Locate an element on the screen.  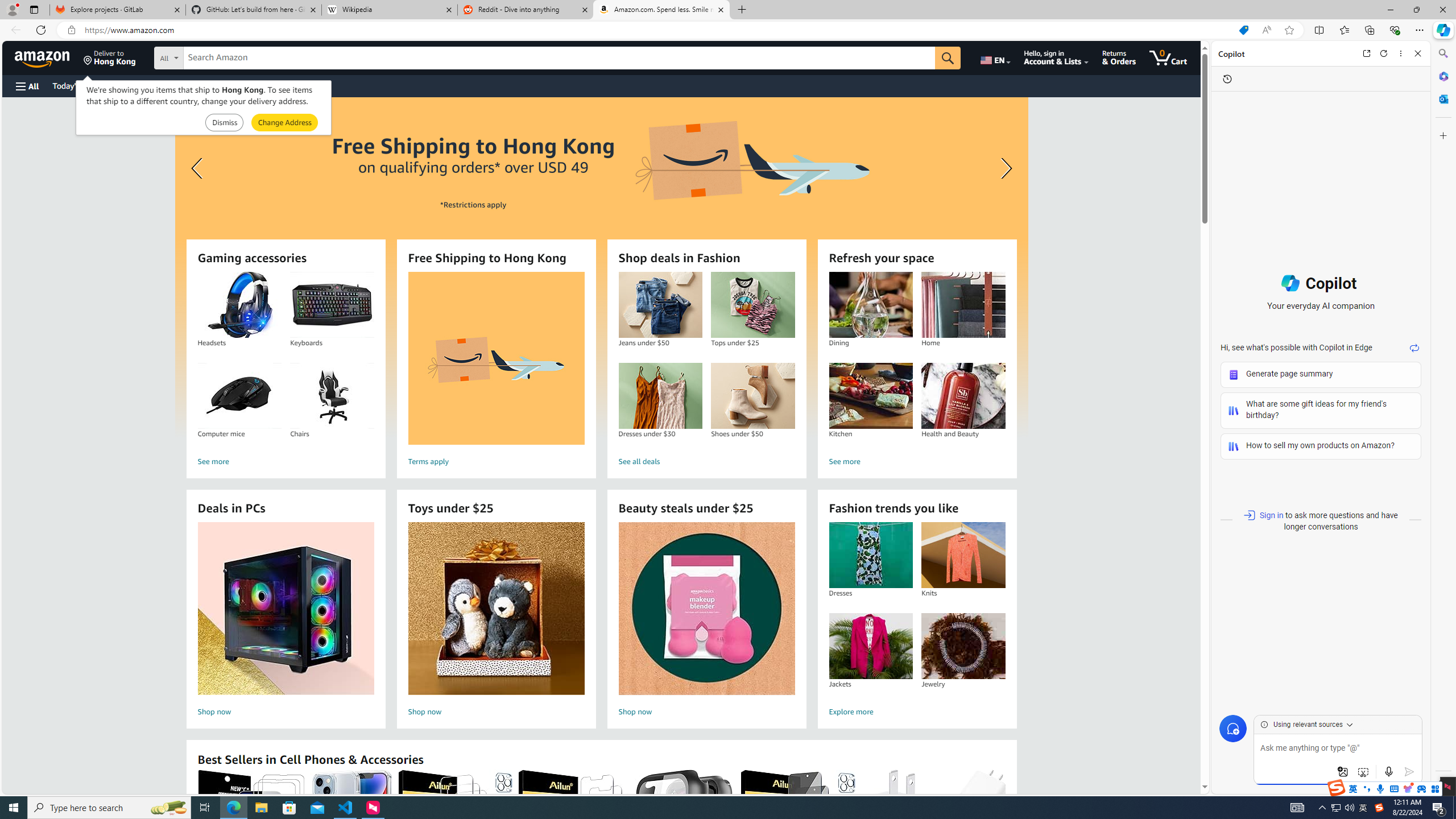
'Knits' is located at coordinates (962, 555).